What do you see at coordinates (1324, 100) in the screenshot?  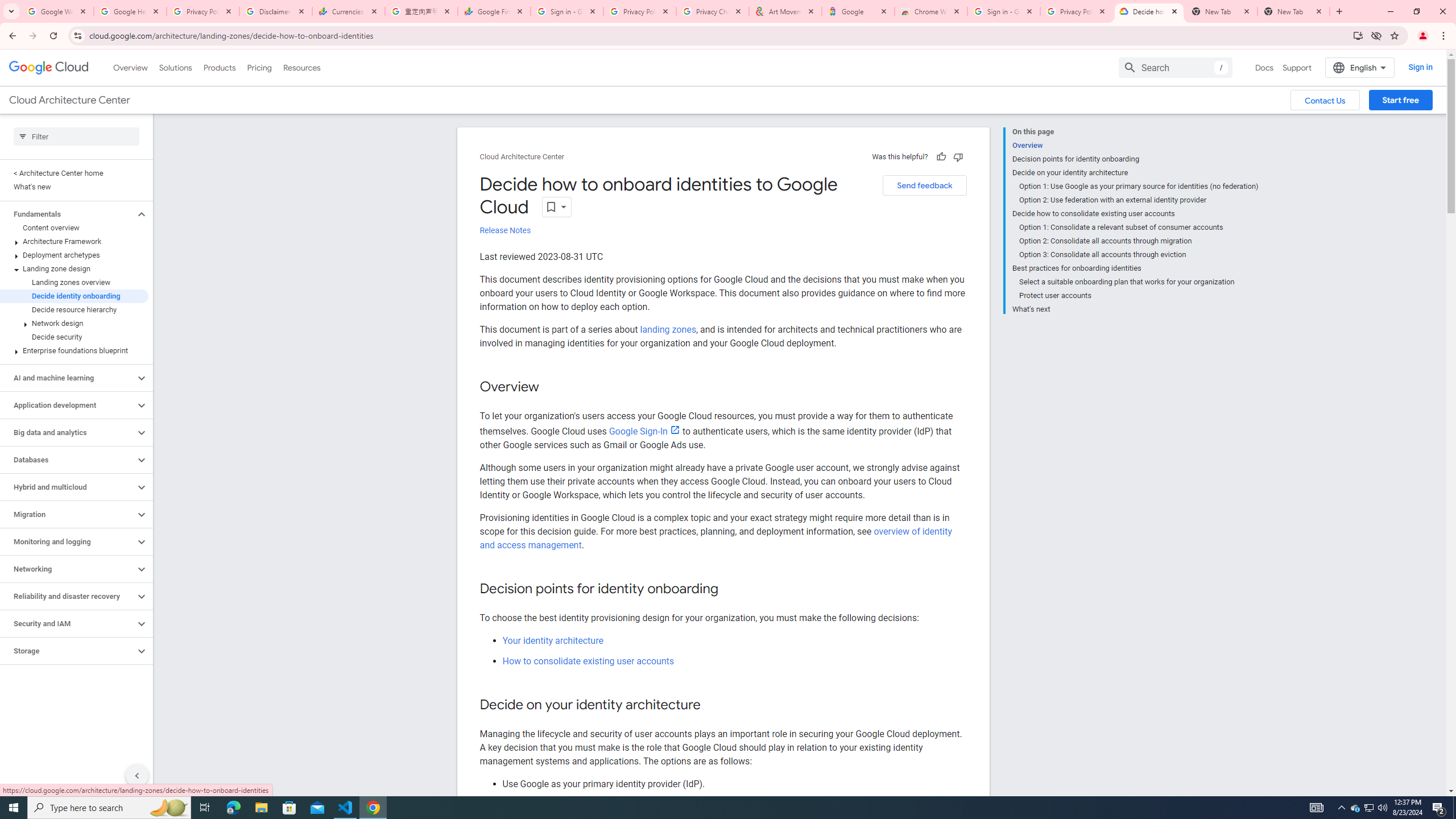 I see `'Contact Us'` at bounding box center [1324, 100].